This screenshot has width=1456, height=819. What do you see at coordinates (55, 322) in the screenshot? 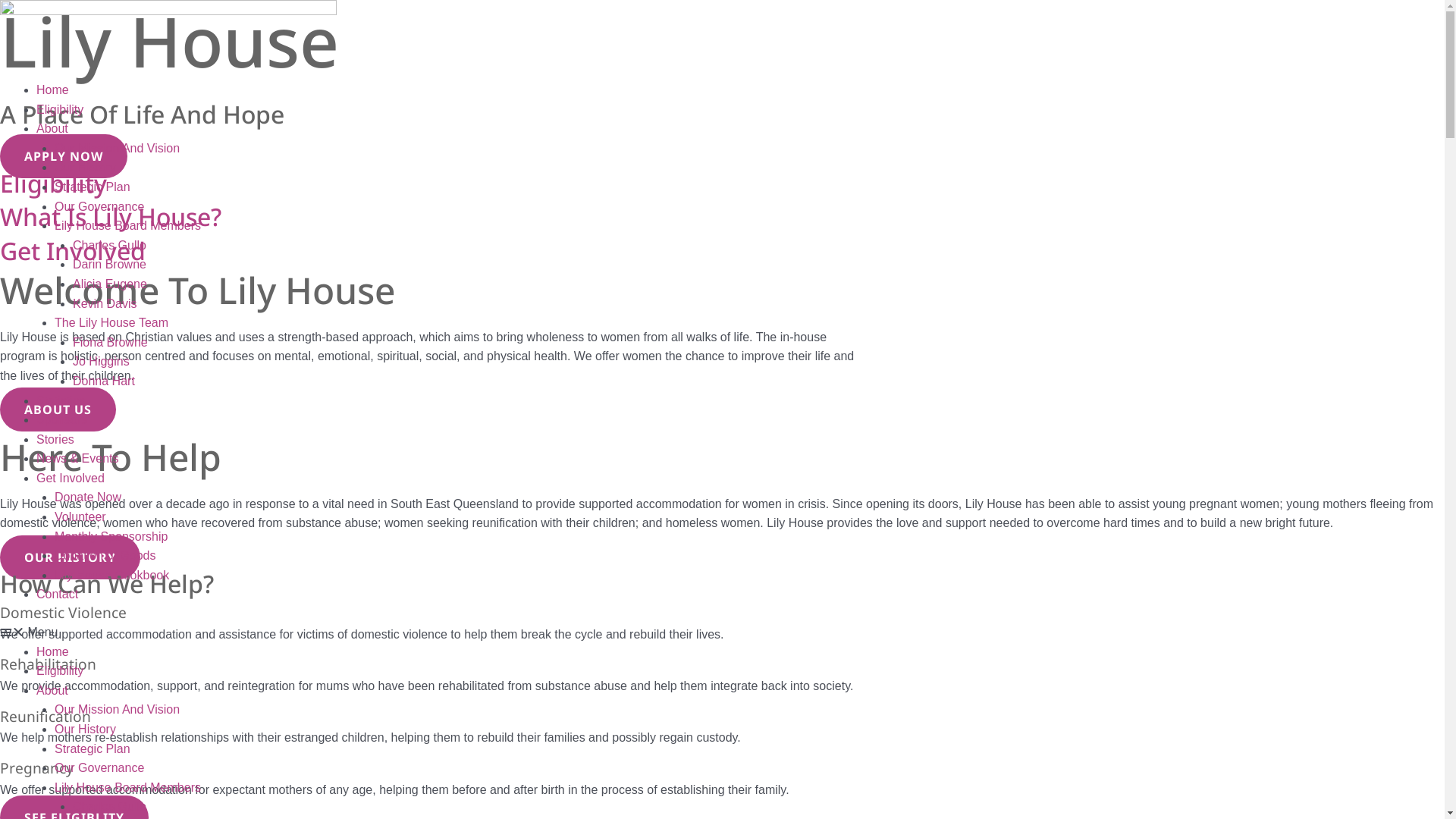
I see `'The Lily House Team'` at bounding box center [55, 322].